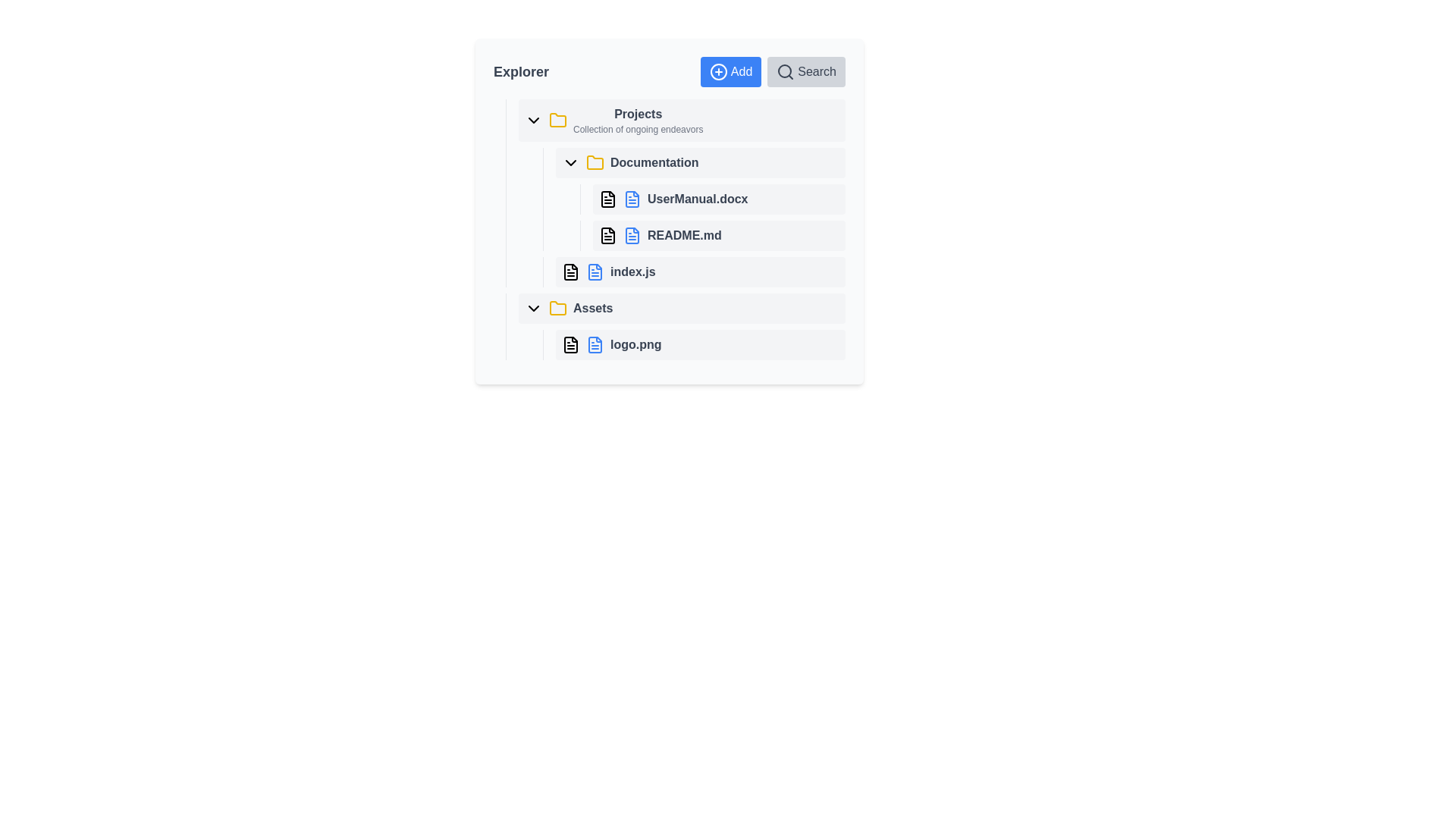 This screenshot has height=819, width=1456. I want to click on the file icon representing 'UserManual.docx' in the Documentation folder, so click(607, 198).